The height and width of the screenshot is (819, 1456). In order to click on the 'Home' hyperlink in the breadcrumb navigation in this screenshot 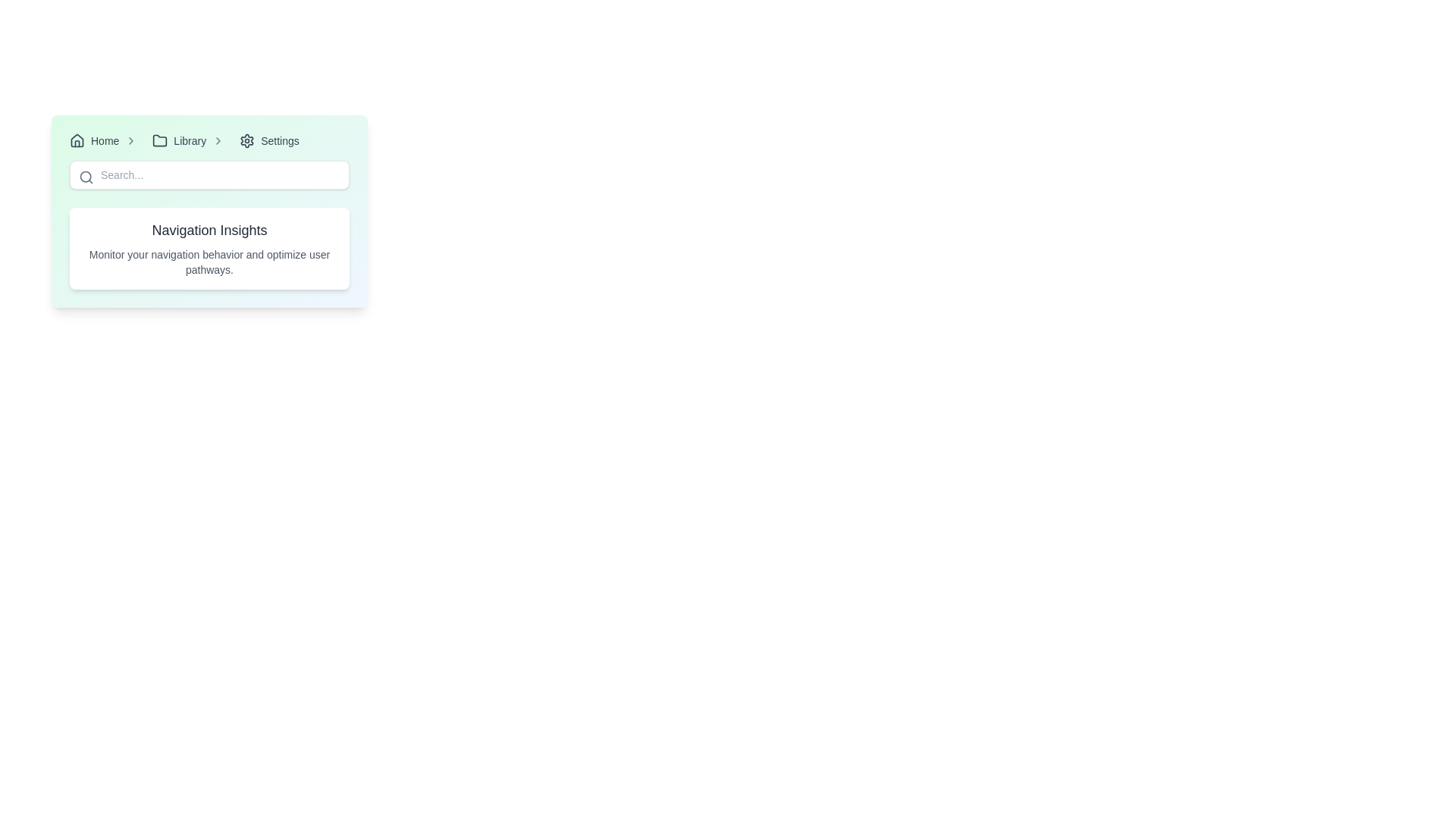, I will do `click(93, 140)`.